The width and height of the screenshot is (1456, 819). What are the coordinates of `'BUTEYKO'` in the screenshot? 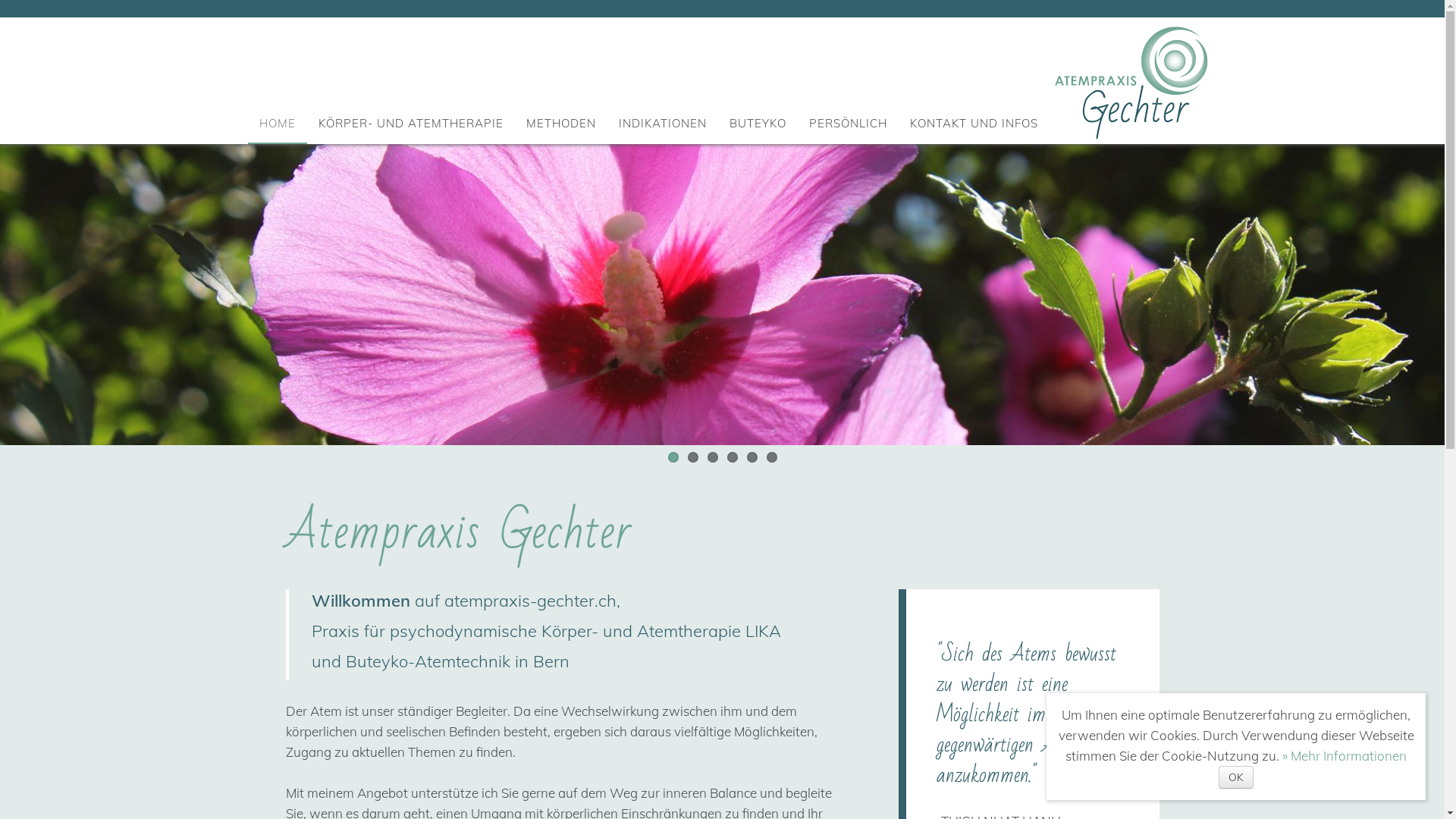 It's located at (729, 122).